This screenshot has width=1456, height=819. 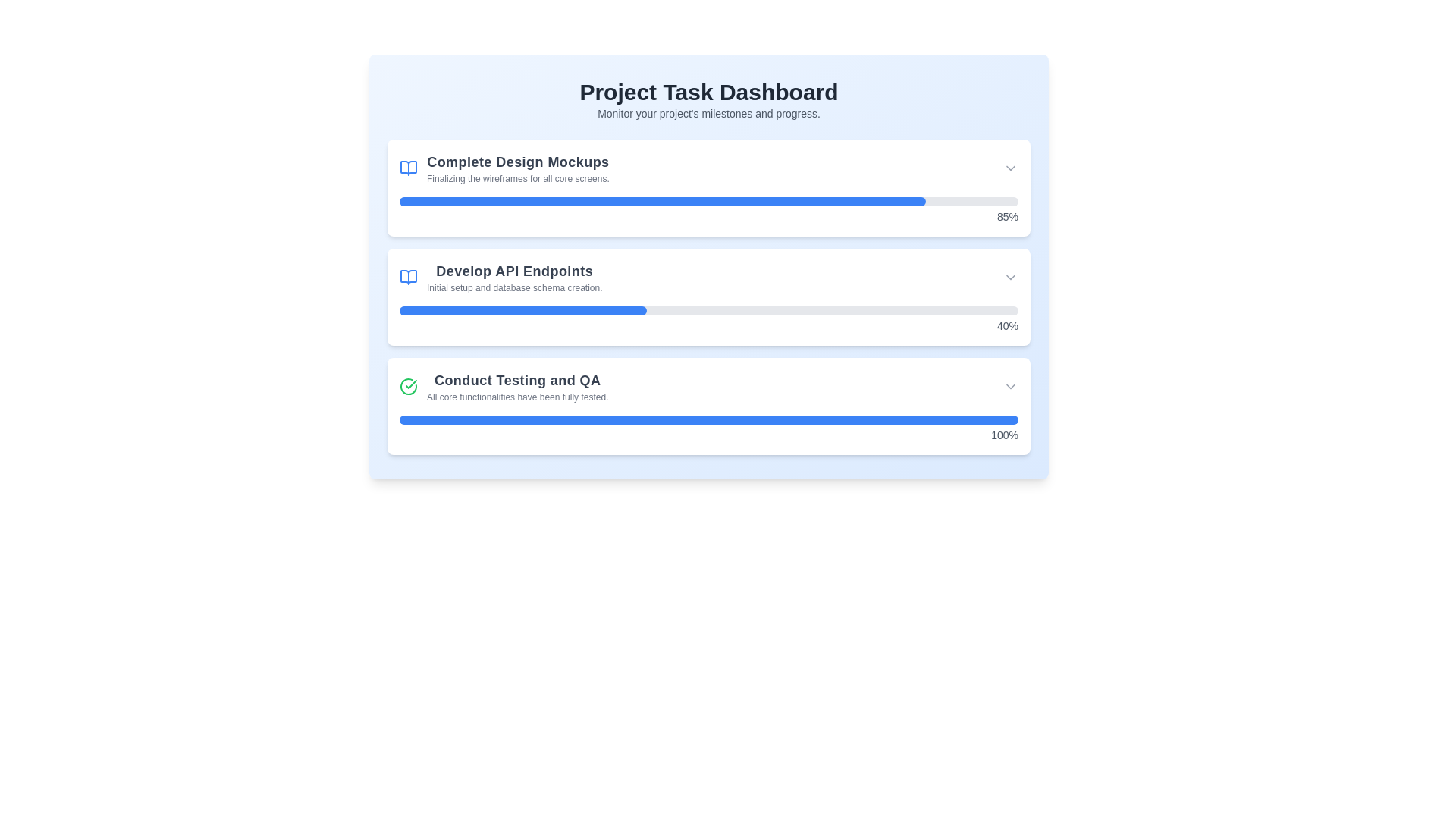 What do you see at coordinates (689, 309) in the screenshot?
I see `progress` at bounding box center [689, 309].